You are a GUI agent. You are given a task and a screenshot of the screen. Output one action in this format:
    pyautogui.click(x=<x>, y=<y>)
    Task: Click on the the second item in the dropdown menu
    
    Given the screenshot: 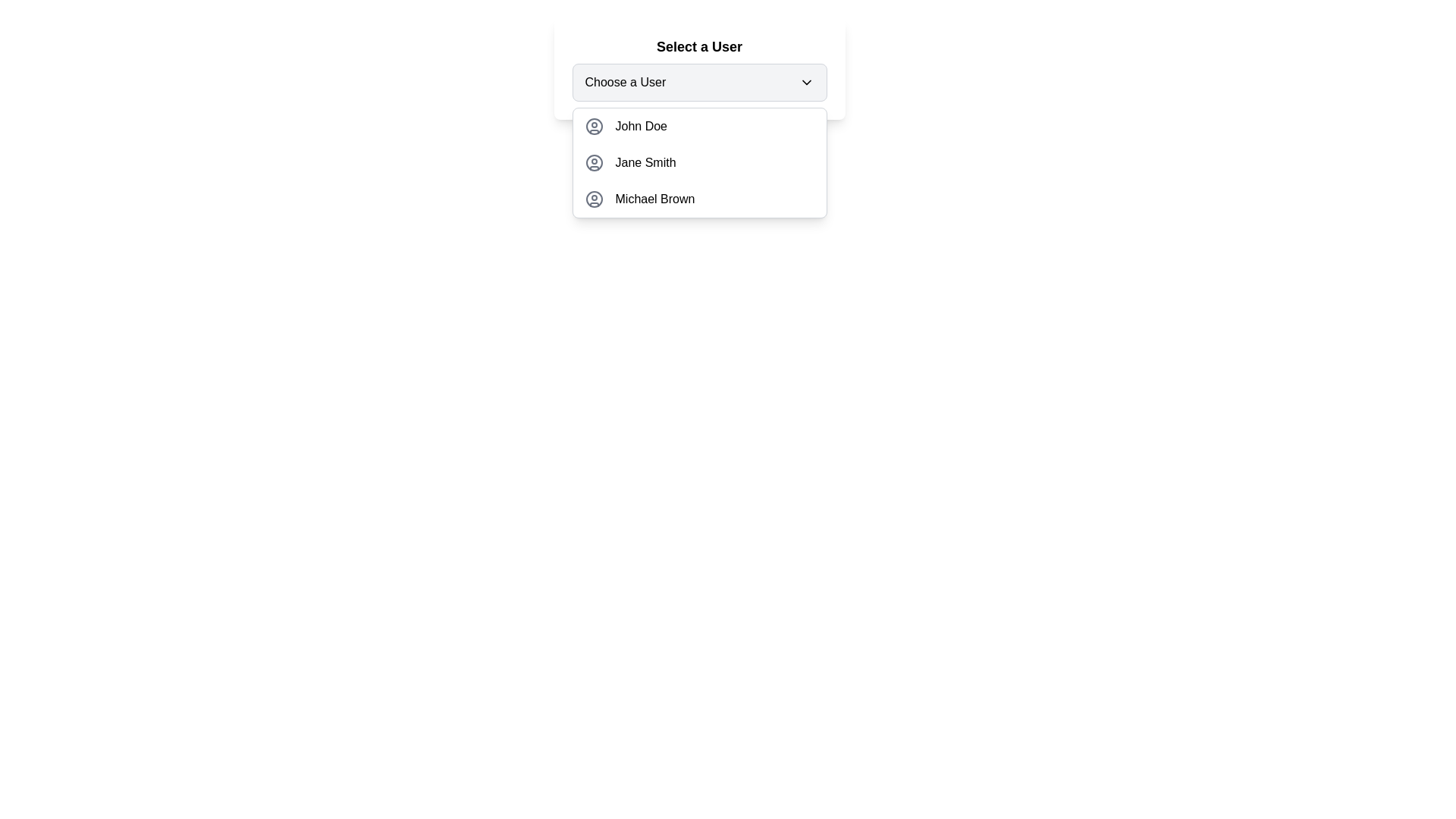 What is the action you would take?
    pyautogui.click(x=698, y=163)
    